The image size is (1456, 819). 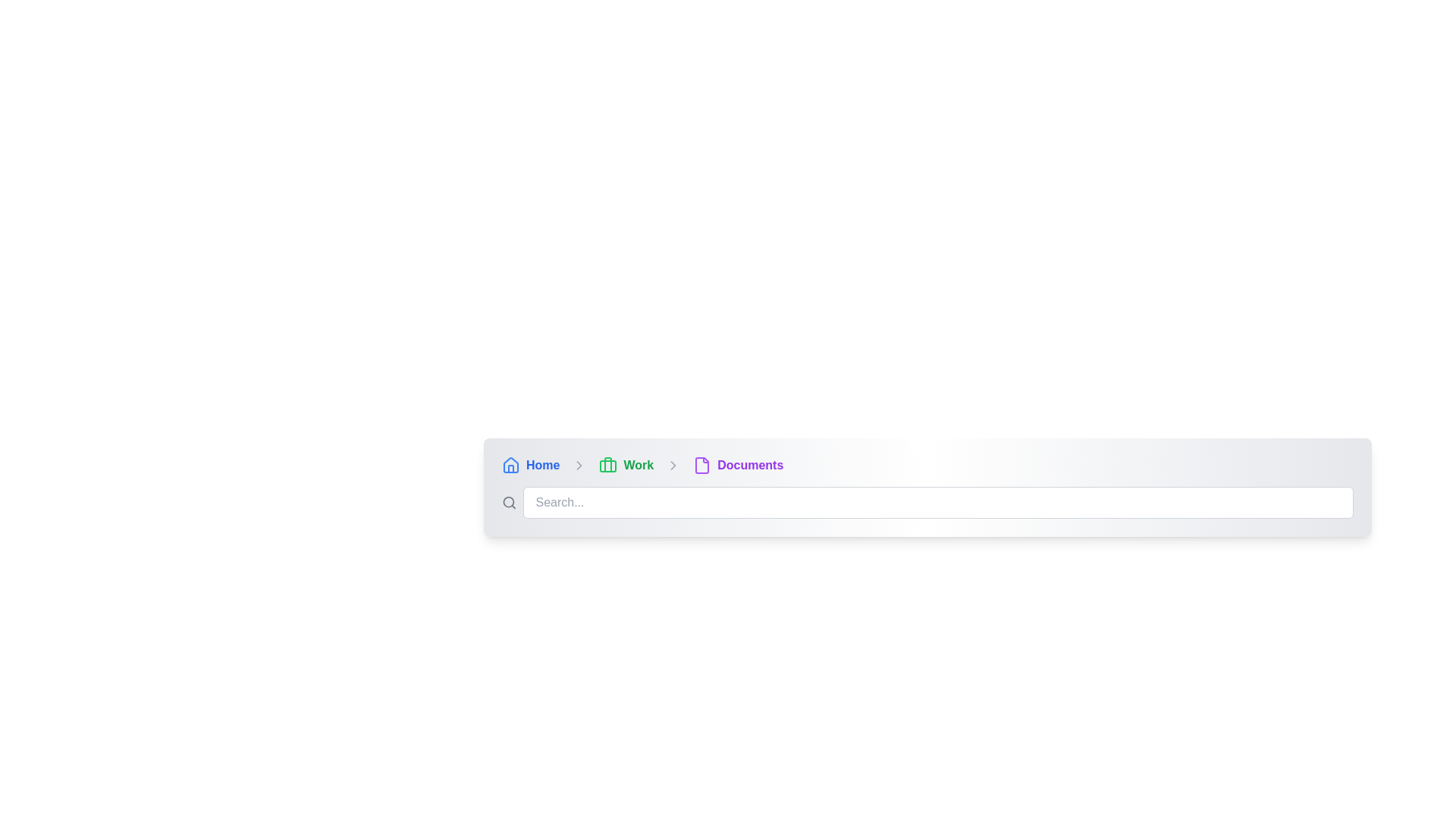 What do you see at coordinates (626, 464) in the screenshot?
I see `the second breadcrumb navigation link, which consists of a green briefcase icon followed by the text 'Work', located between 'Home' and 'Documents' in the breadcrumb navigation bar` at bounding box center [626, 464].